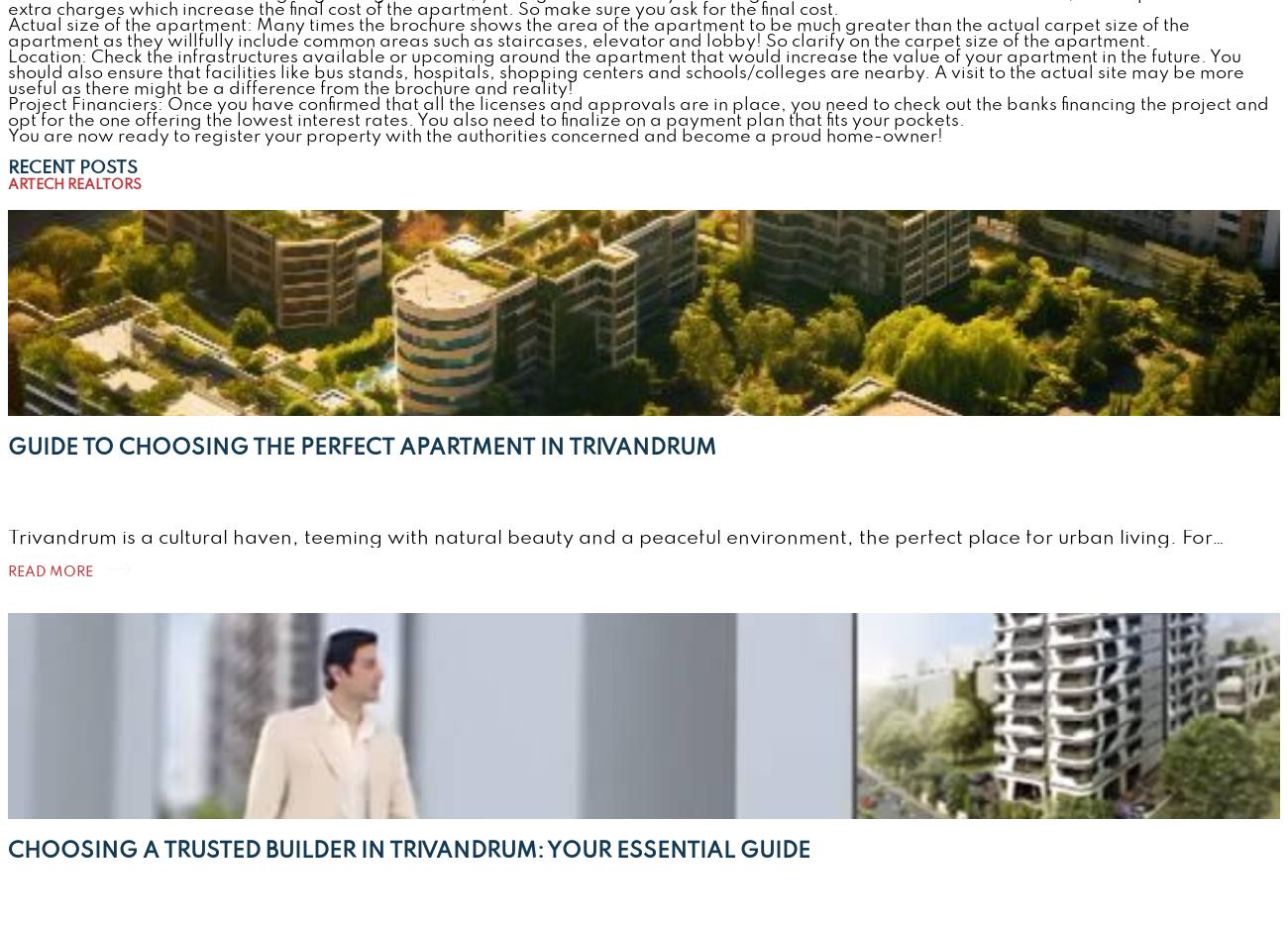  Describe the element at coordinates (638, 112) in the screenshot. I see `'Project Financiers: Once you have confirmed that all the licenses and approvals are in place, you need to check out the banks financing the project and opt for the one offering the lowest interest rates. You also need to finalize on a payment plan that fits your pockets.'` at that location.